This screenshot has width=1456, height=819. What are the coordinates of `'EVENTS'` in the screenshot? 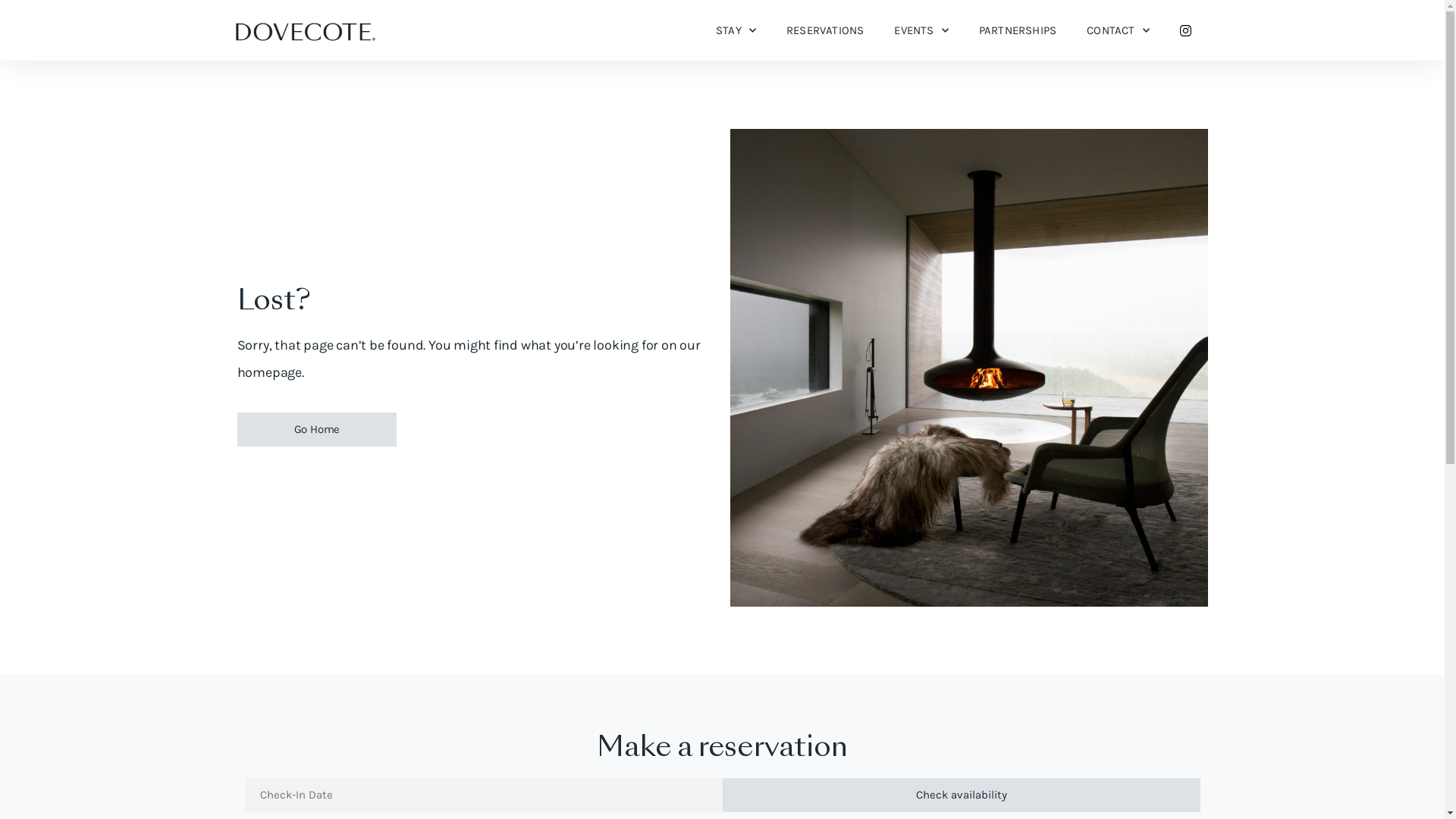 It's located at (920, 30).